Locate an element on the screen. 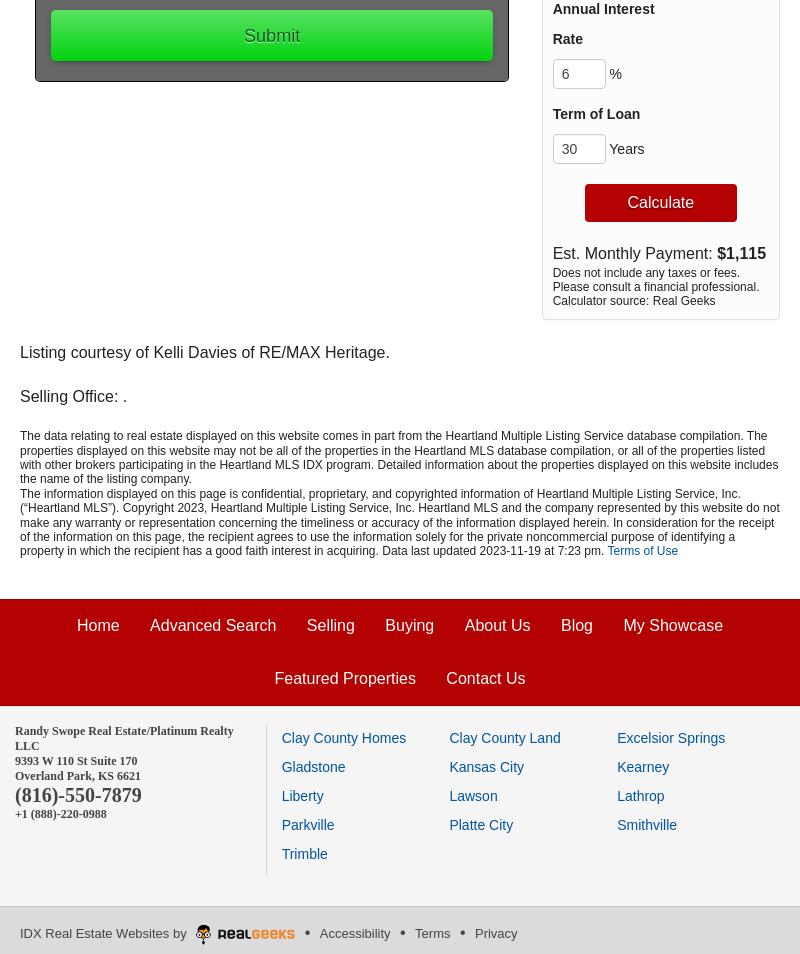 This screenshot has height=954, width=800. '%' is located at coordinates (604, 71).